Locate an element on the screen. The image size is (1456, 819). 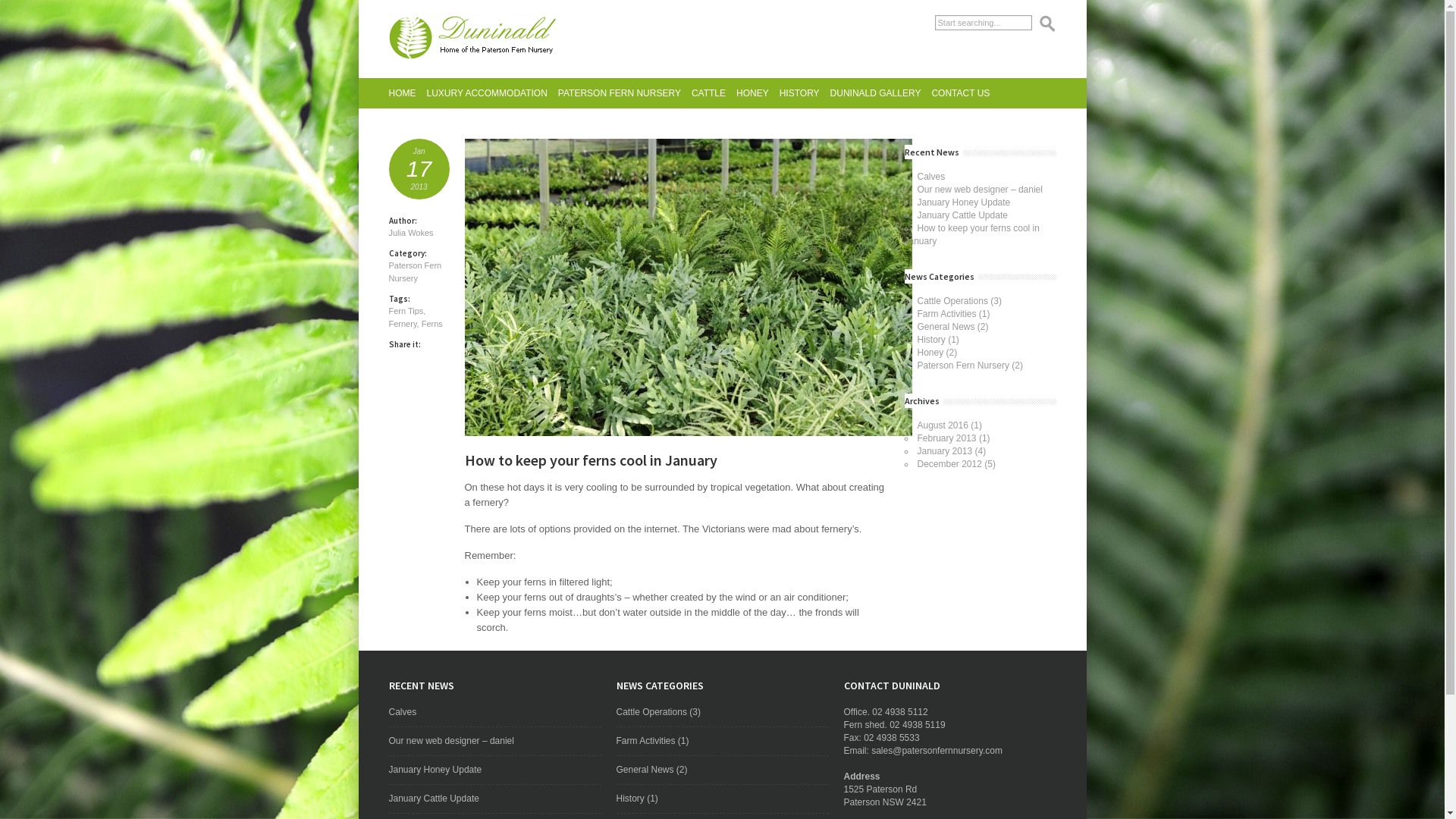
'February 2013' is located at coordinates (946, 438).